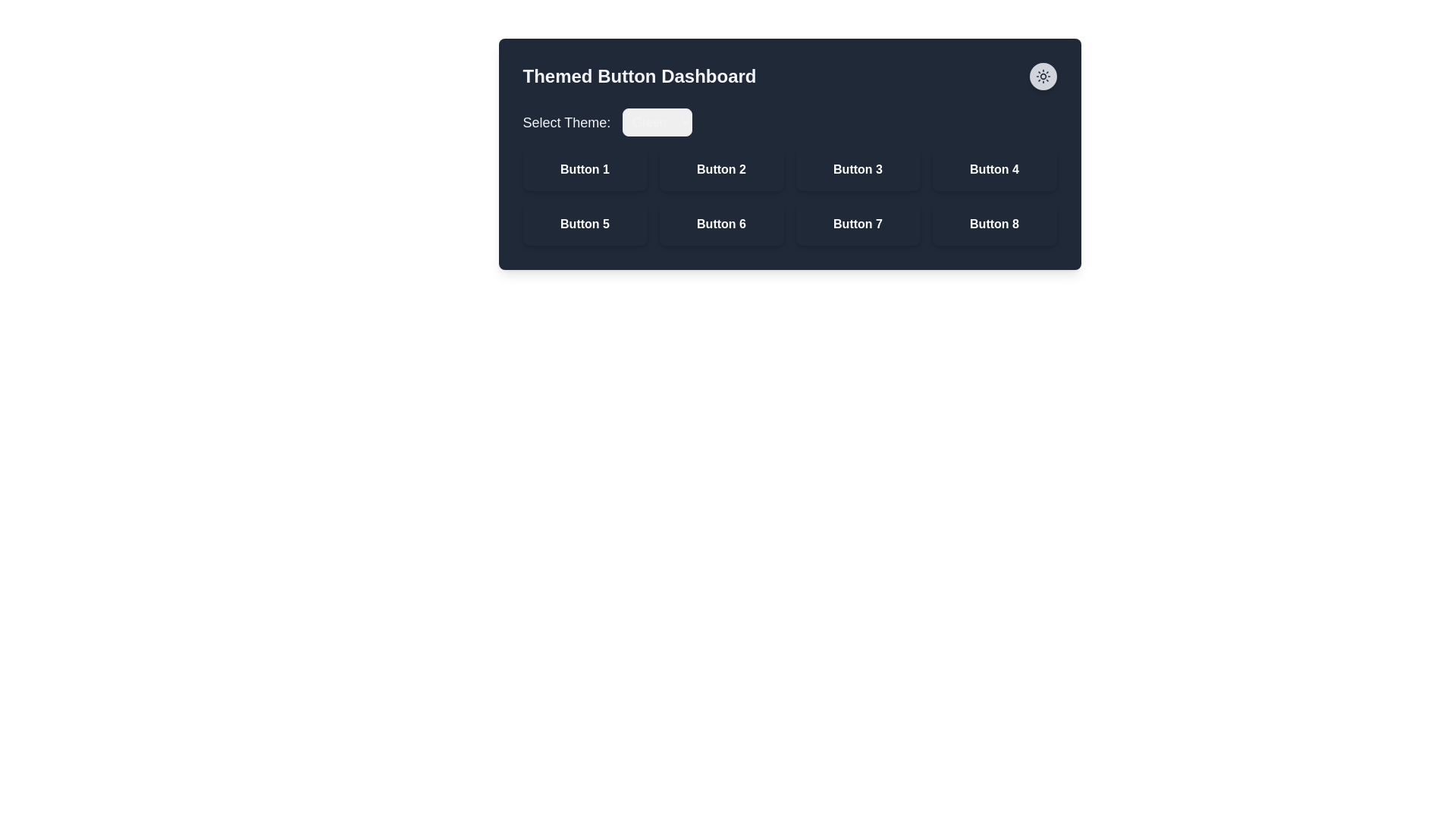 The width and height of the screenshot is (1456, 819). What do you see at coordinates (858, 224) in the screenshot?
I see `the interactive element labeled 'Button 7' located in the second row and third column of the button grid` at bounding box center [858, 224].